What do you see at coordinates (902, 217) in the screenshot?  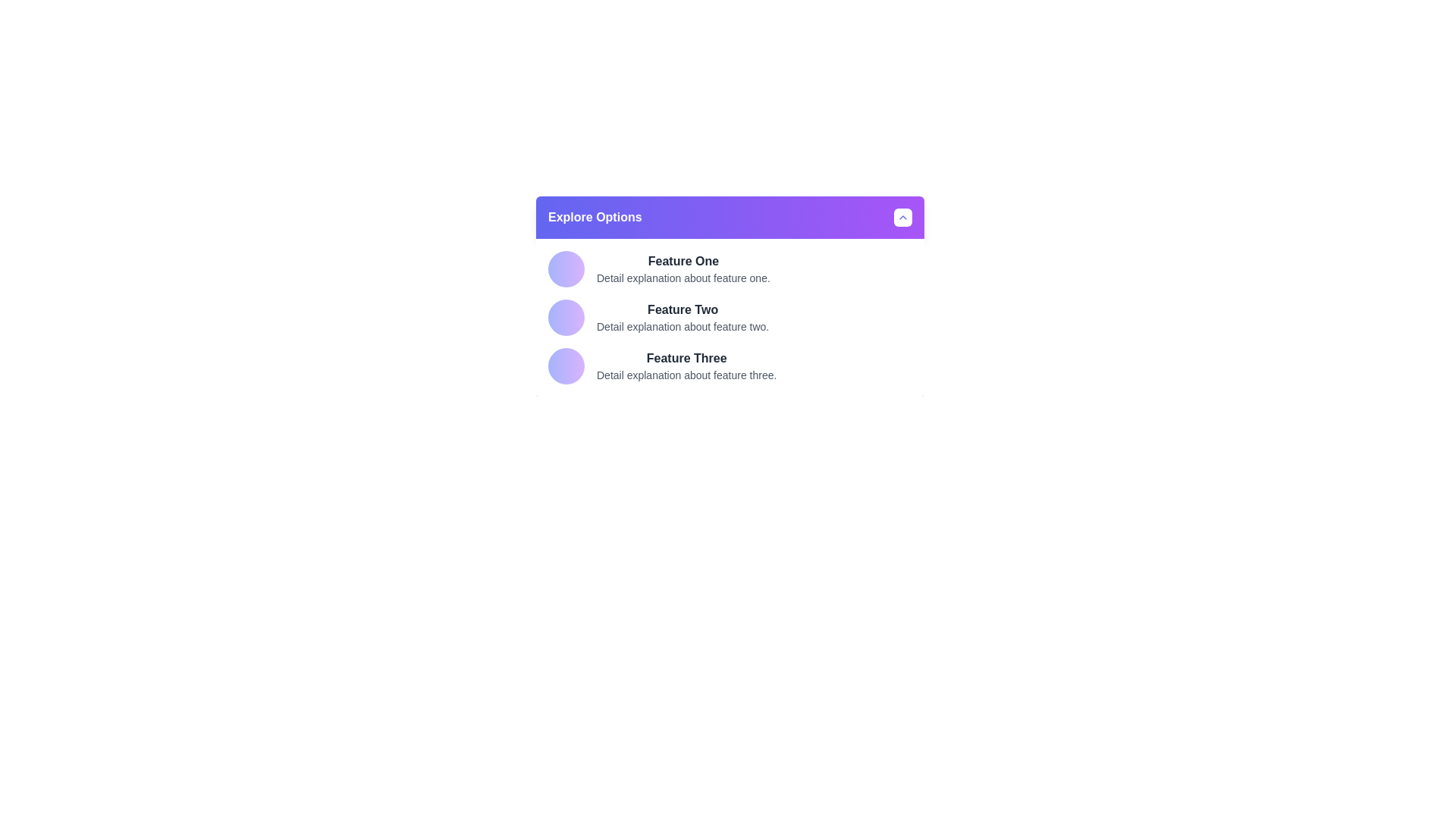 I see `the interactive icon located in the rounded button with a white background and blue border, adjacent to the top-right edge of the purple header bar labeled 'Explore Options'` at bounding box center [902, 217].